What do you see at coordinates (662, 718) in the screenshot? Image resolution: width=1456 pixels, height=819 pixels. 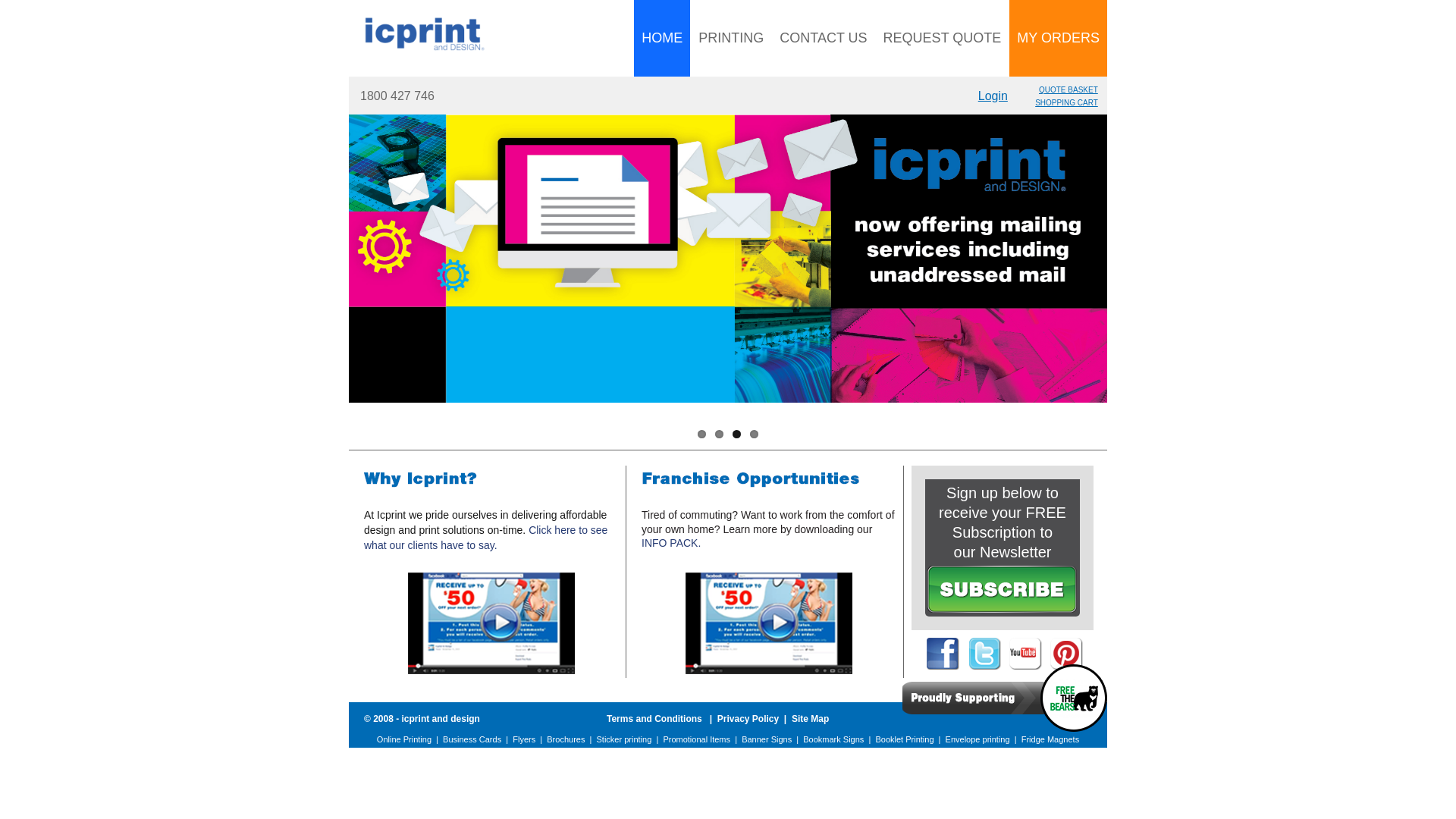 I see `'Terms and Conditions   |  '` at bounding box center [662, 718].